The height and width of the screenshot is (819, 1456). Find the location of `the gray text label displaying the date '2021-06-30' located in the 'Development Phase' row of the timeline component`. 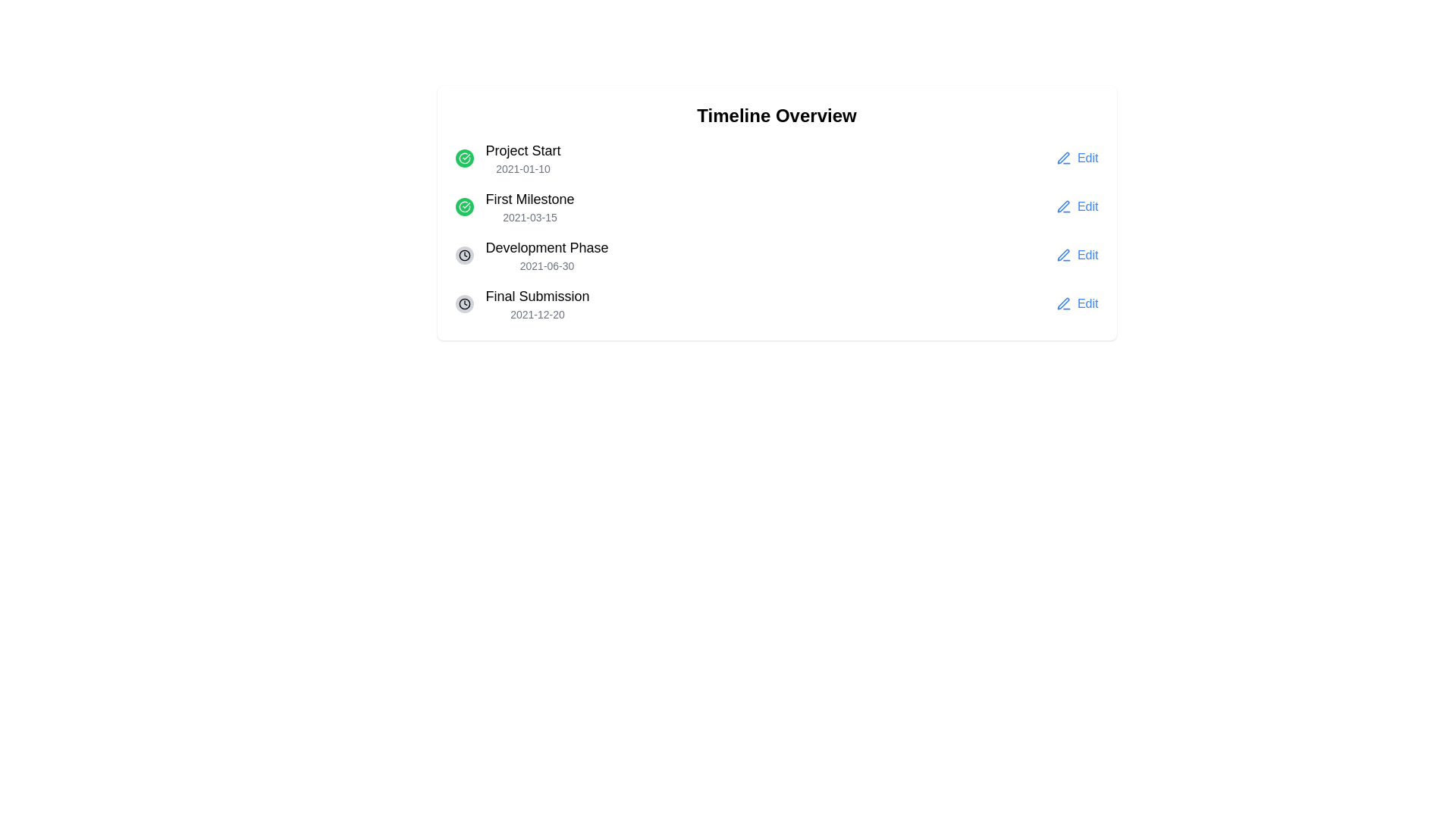

the gray text label displaying the date '2021-06-30' located in the 'Development Phase' row of the timeline component is located at coordinates (546, 265).